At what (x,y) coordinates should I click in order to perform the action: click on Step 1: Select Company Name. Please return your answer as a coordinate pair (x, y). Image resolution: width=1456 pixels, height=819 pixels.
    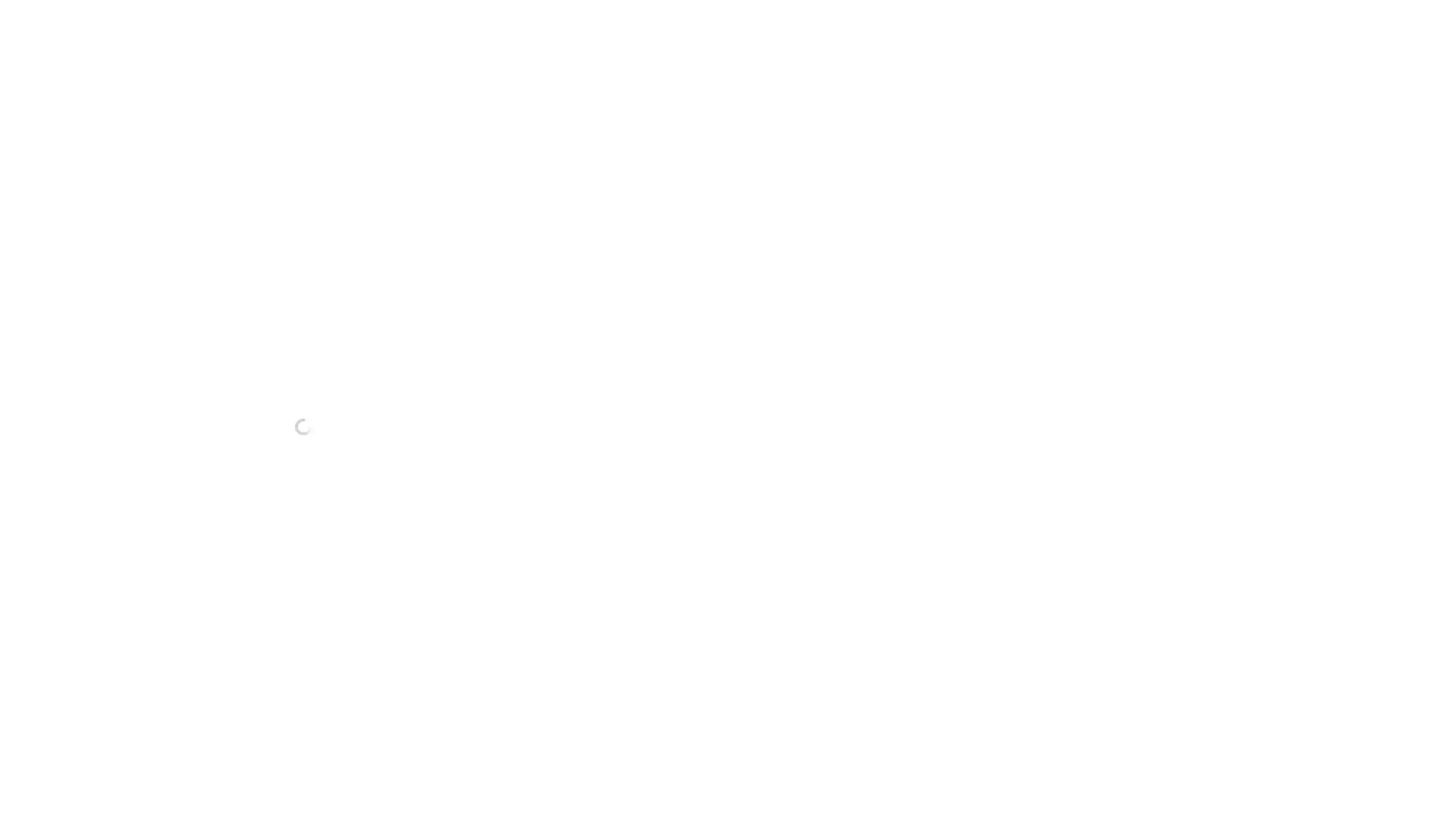
    Looking at the image, I should click on (728, 250).